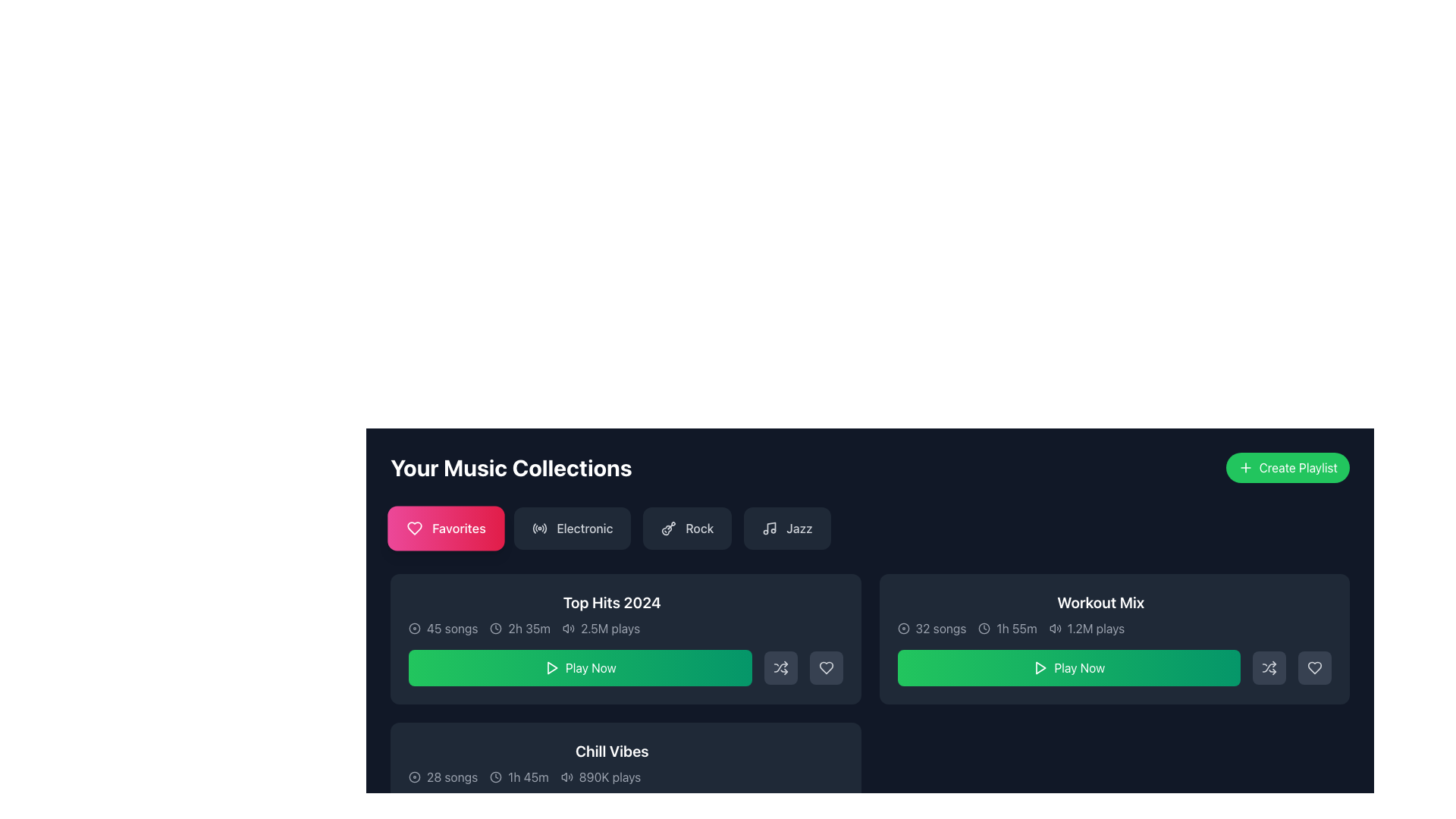 The height and width of the screenshot is (819, 1456). What do you see at coordinates (1313, 667) in the screenshot?
I see `the heart-shaped icon located in the bottom right corner of the 'Workout Mix' playlist entry` at bounding box center [1313, 667].